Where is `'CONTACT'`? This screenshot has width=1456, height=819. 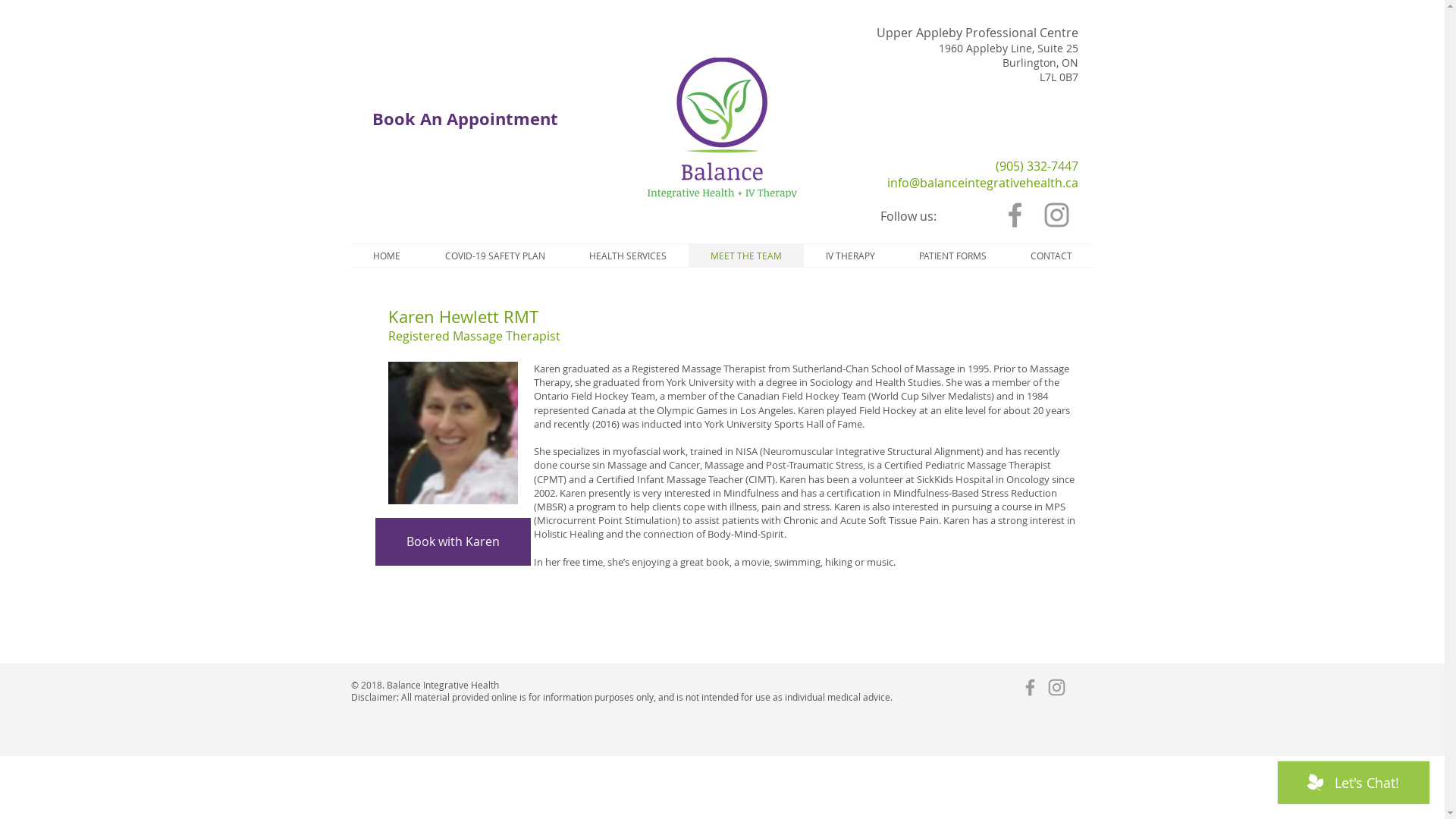 'CONTACT' is located at coordinates (1050, 254).